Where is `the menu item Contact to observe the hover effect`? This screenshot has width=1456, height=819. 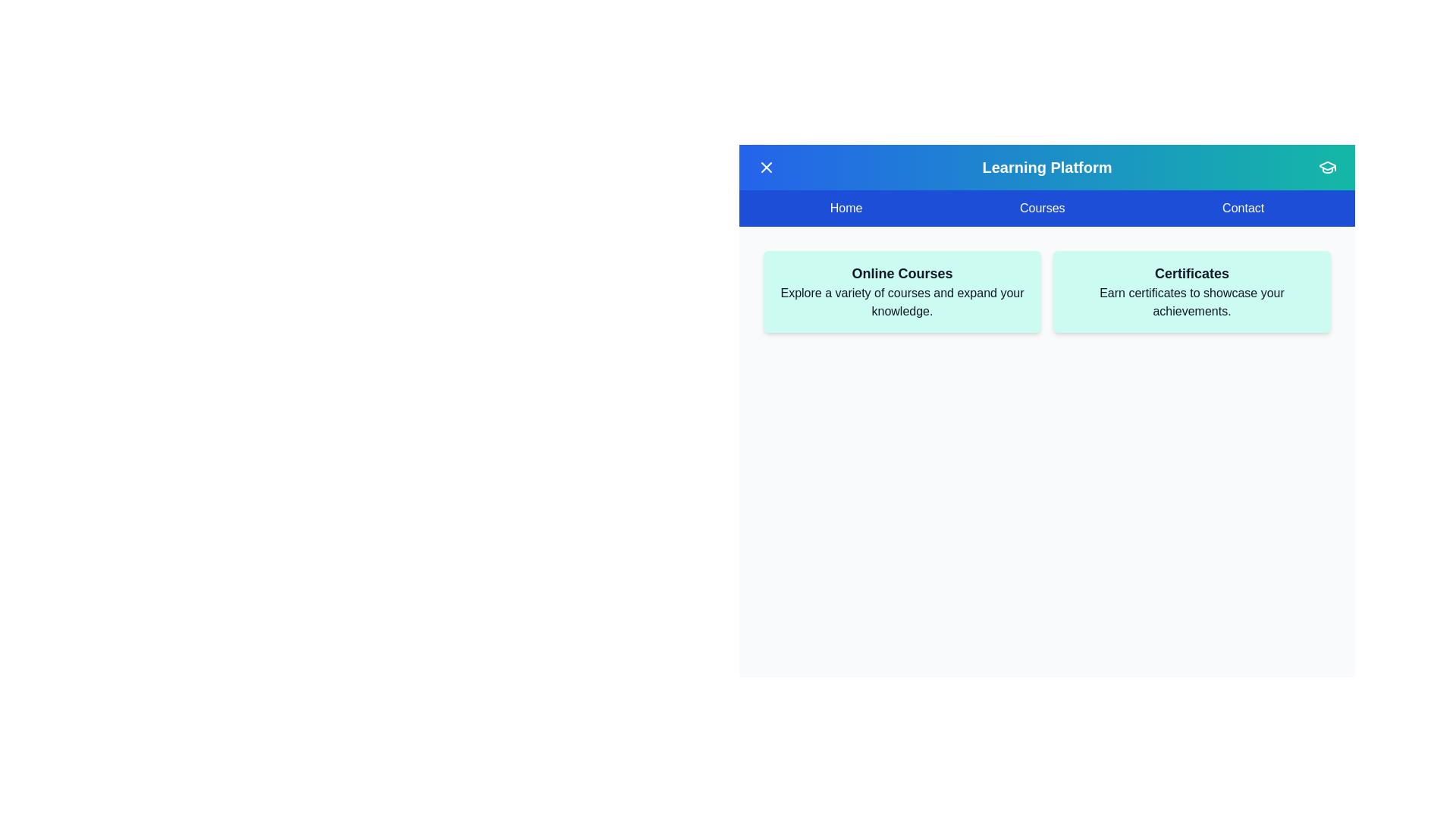 the menu item Contact to observe the hover effect is located at coordinates (1244, 208).